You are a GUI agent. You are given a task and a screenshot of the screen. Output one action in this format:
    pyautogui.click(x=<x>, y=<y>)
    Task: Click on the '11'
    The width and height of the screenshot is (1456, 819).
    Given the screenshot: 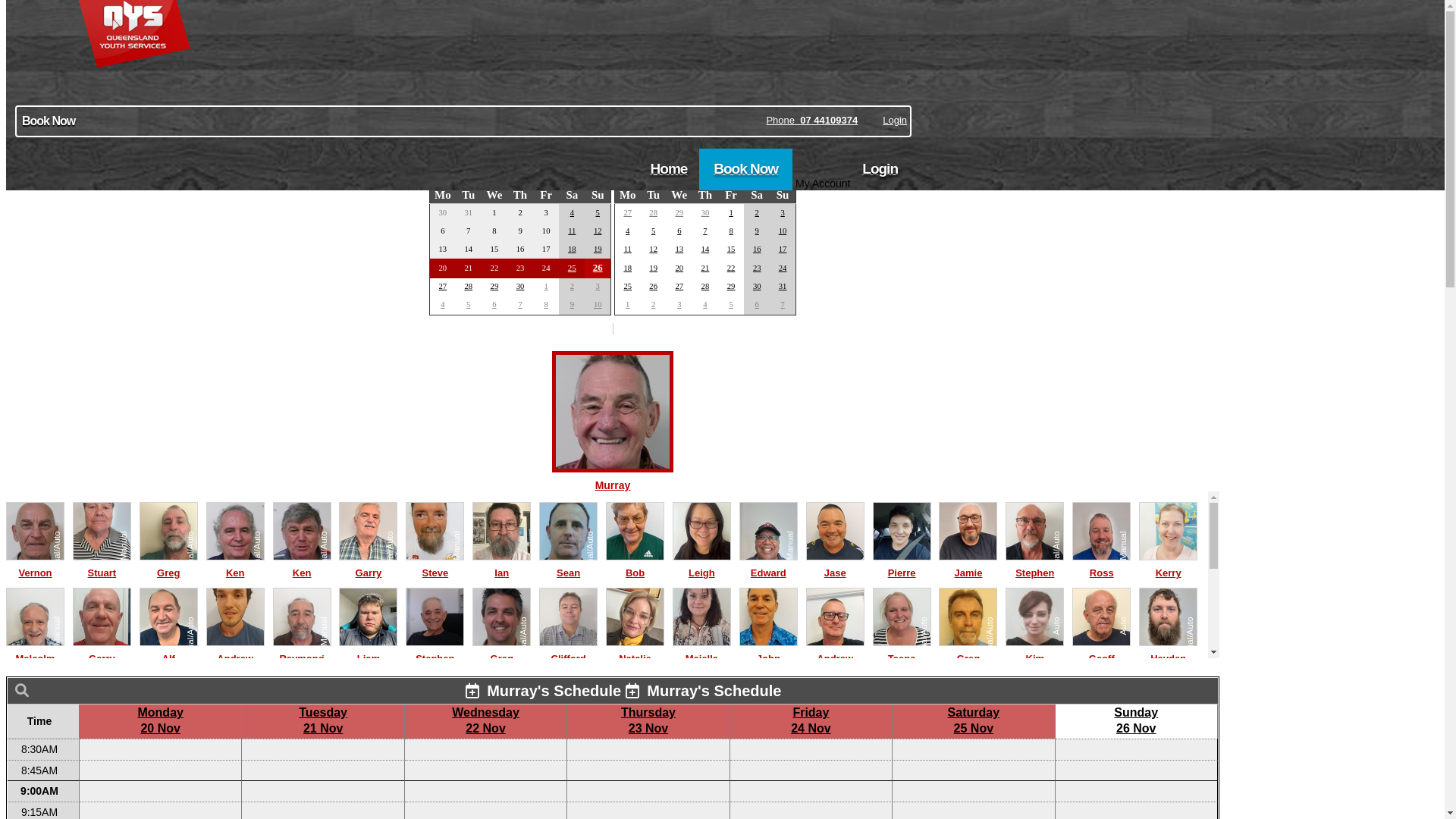 What is the action you would take?
    pyautogui.click(x=628, y=248)
    